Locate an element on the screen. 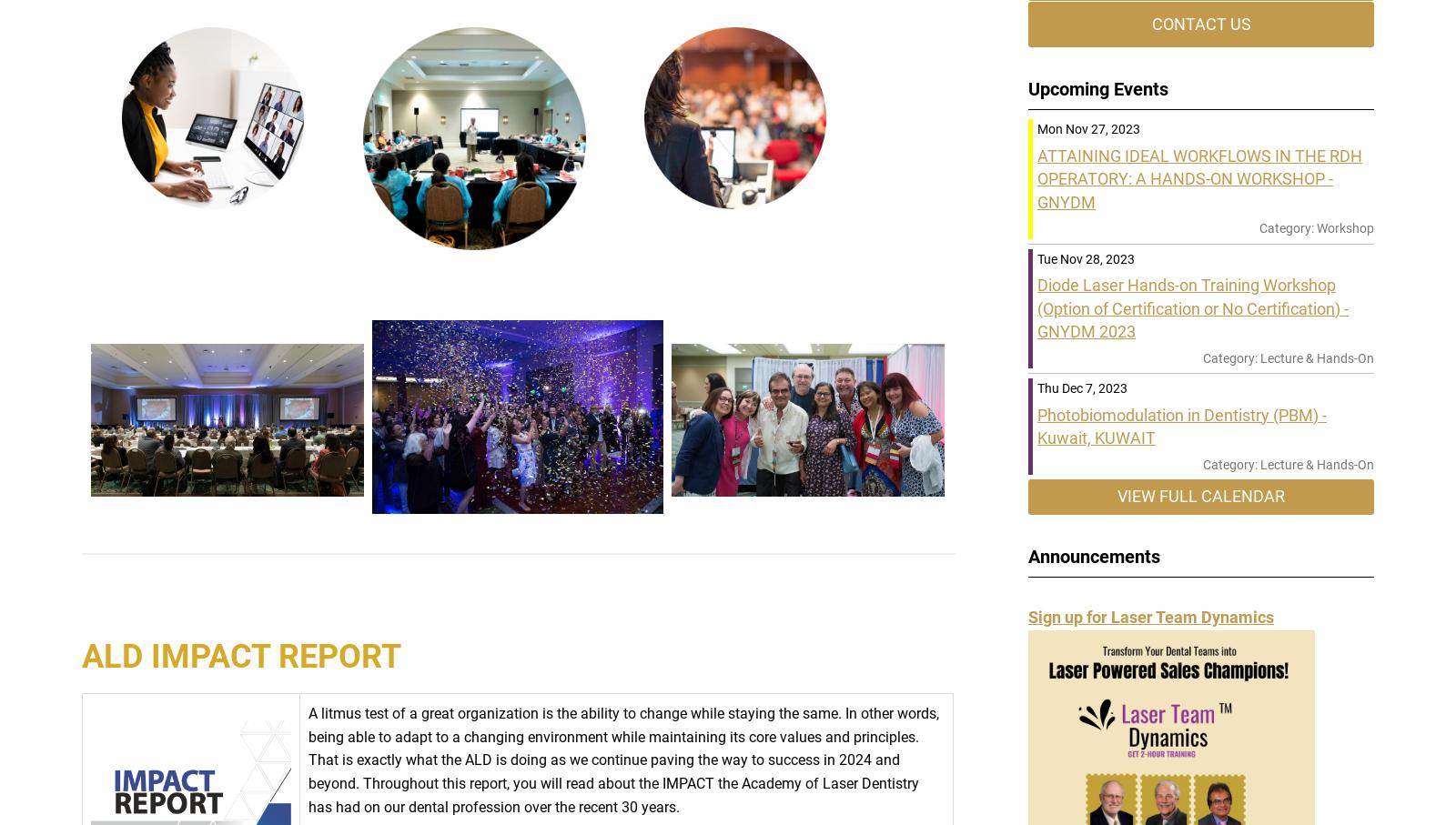 This screenshot has width=1456, height=825. 'A litmus test of a great organization is the ability to change while staying the same. In other words, being able to adapt to a changing environment while maintaining its core values and principles. That is exactly what the ALD is doing as we continue paving the way to success in 2024 and beyond. Throughout this report, you will read about the IMPACT the Academy of Laser Dentistry has had on our dental profession over the recent 30 years.' is located at coordinates (623, 759).